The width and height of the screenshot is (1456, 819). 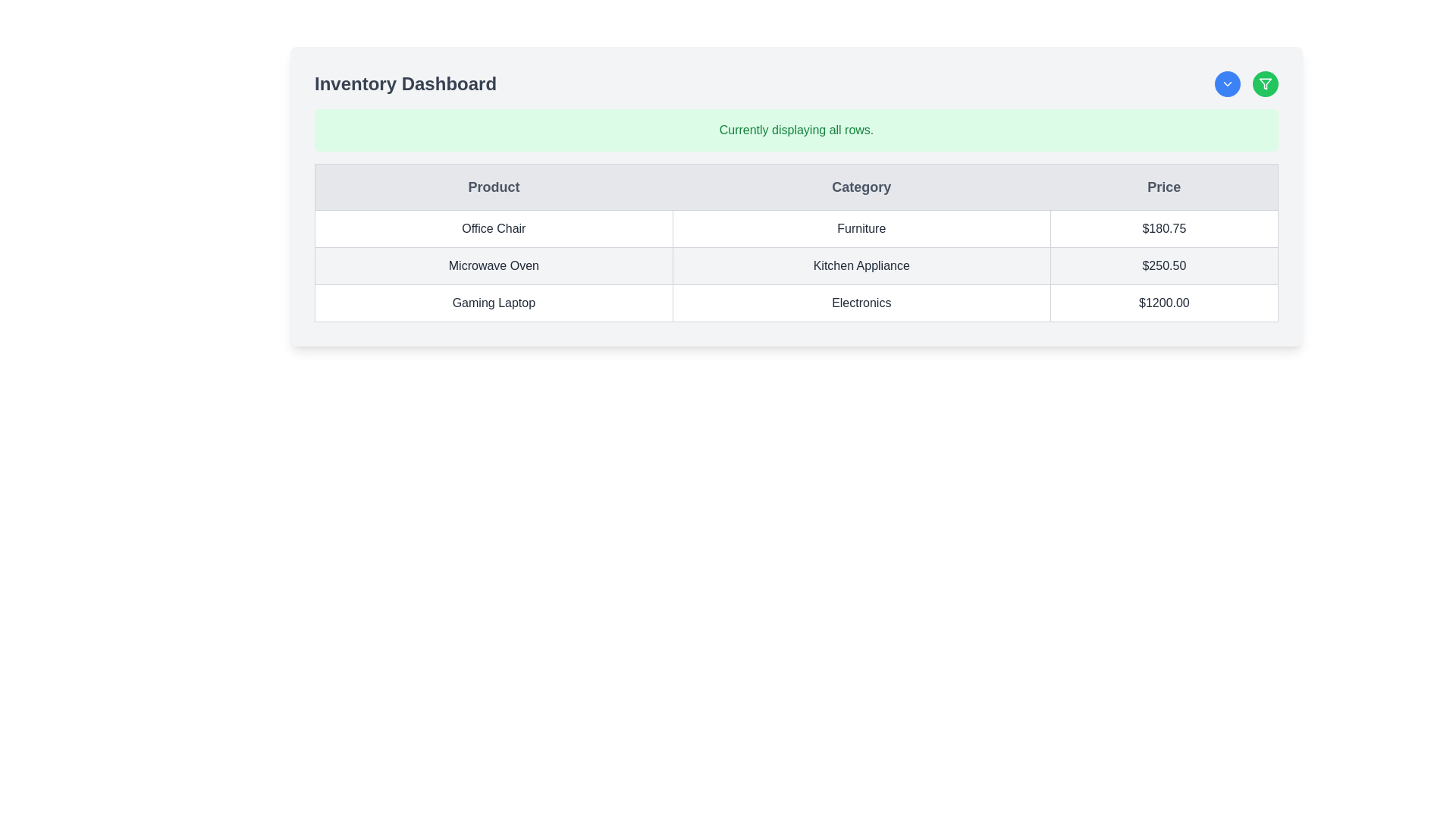 What do you see at coordinates (795, 130) in the screenshot?
I see `the text label that displays 'Currently displaying all rows.' which is styled in bold green font on a light green background, located beneath the 'Inventory Dashboard' header` at bounding box center [795, 130].